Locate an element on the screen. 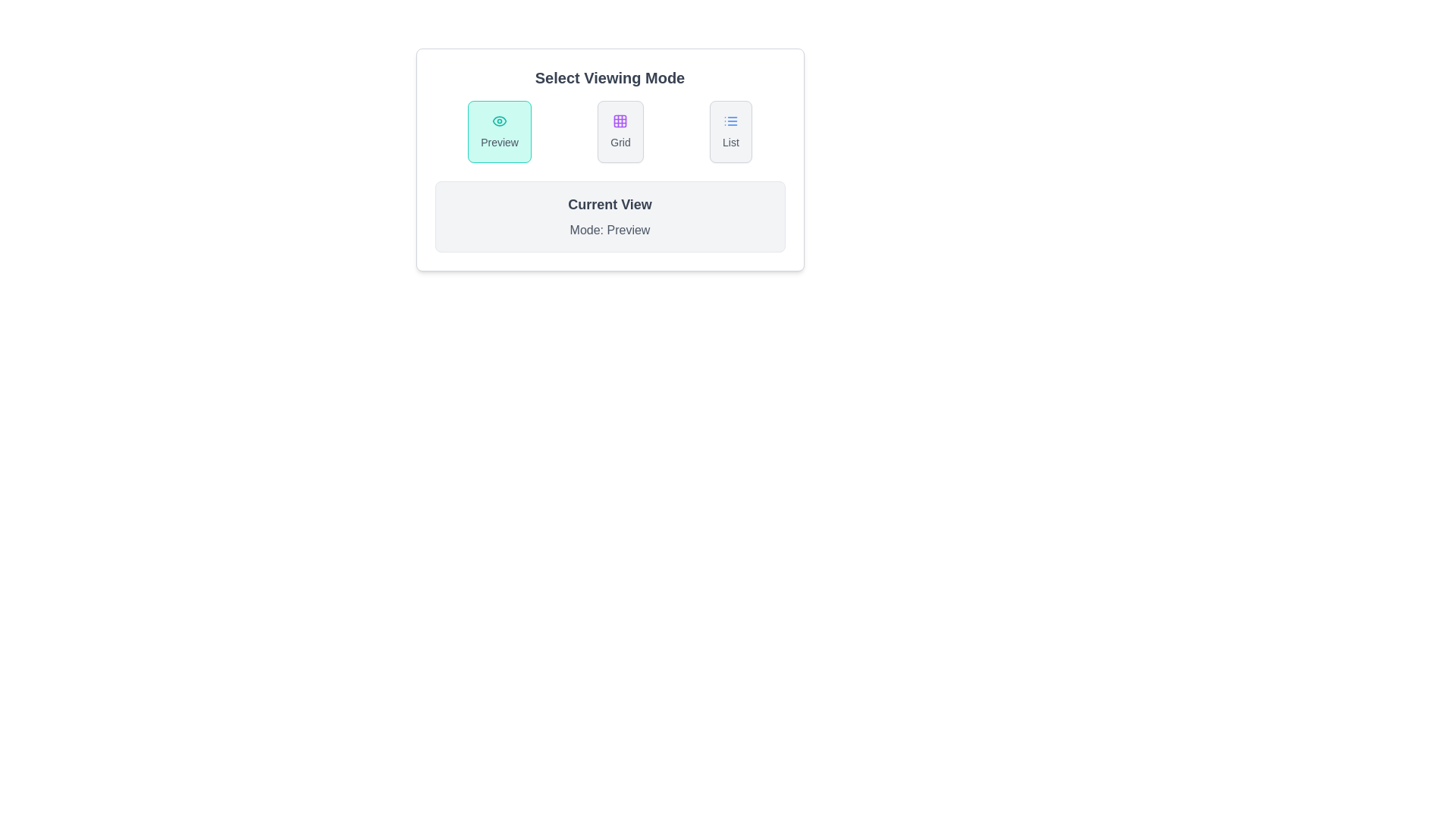 This screenshot has width=1456, height=819. text content of the 'Preview' text label, which is styled with a small font size and medium weight, located below an eye icon in the leftmost section of the viewing modes is located at coordinates (500, 143).